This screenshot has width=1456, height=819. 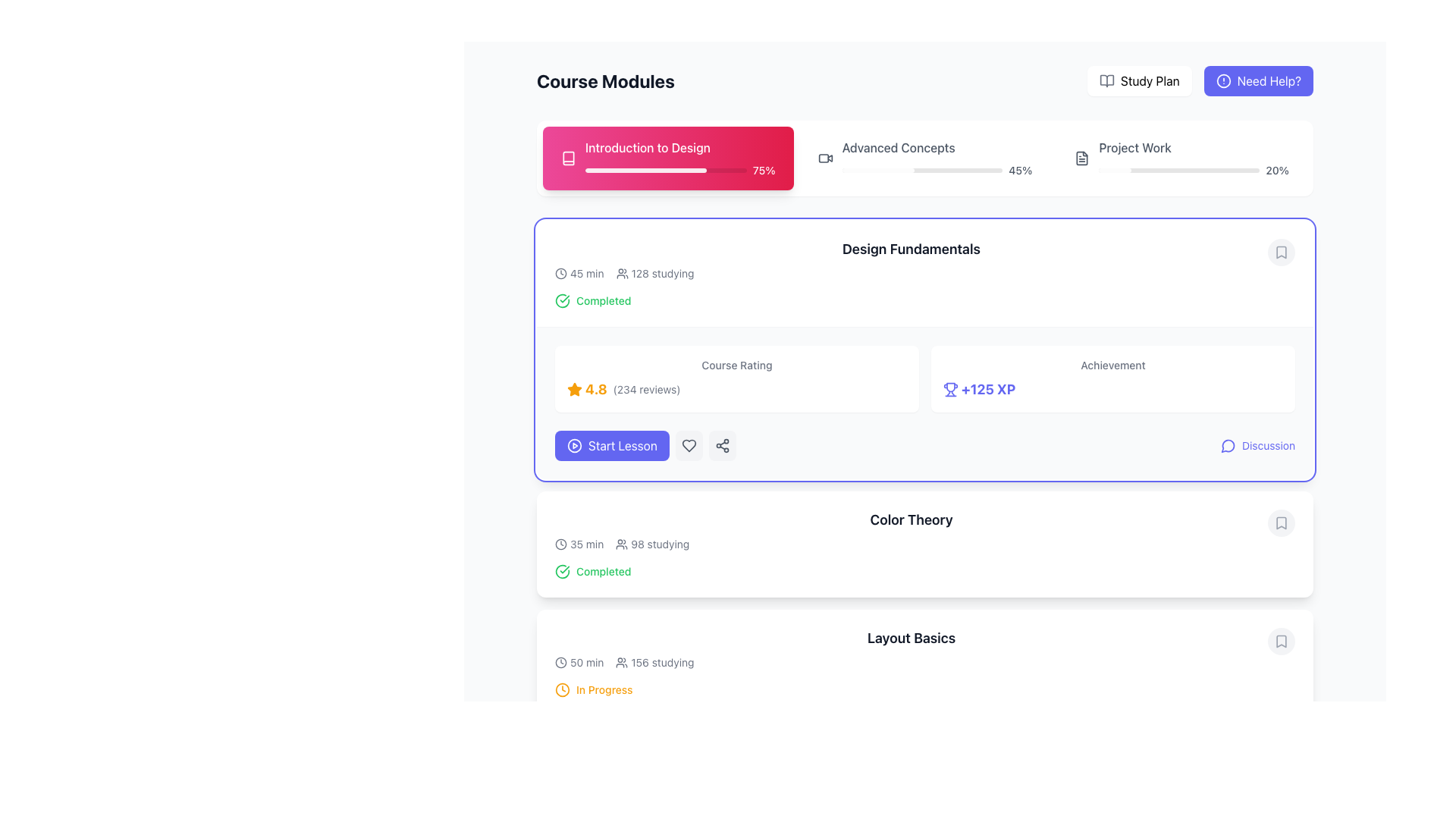 I want to click on the 'Need Help?' button, which is a rectangular button with rounded corners, styled in bold indigo with white text and an icon, located at the top-right area of the interface adjacent to the 'Study Plan' button, so click(x=1258, y=81).